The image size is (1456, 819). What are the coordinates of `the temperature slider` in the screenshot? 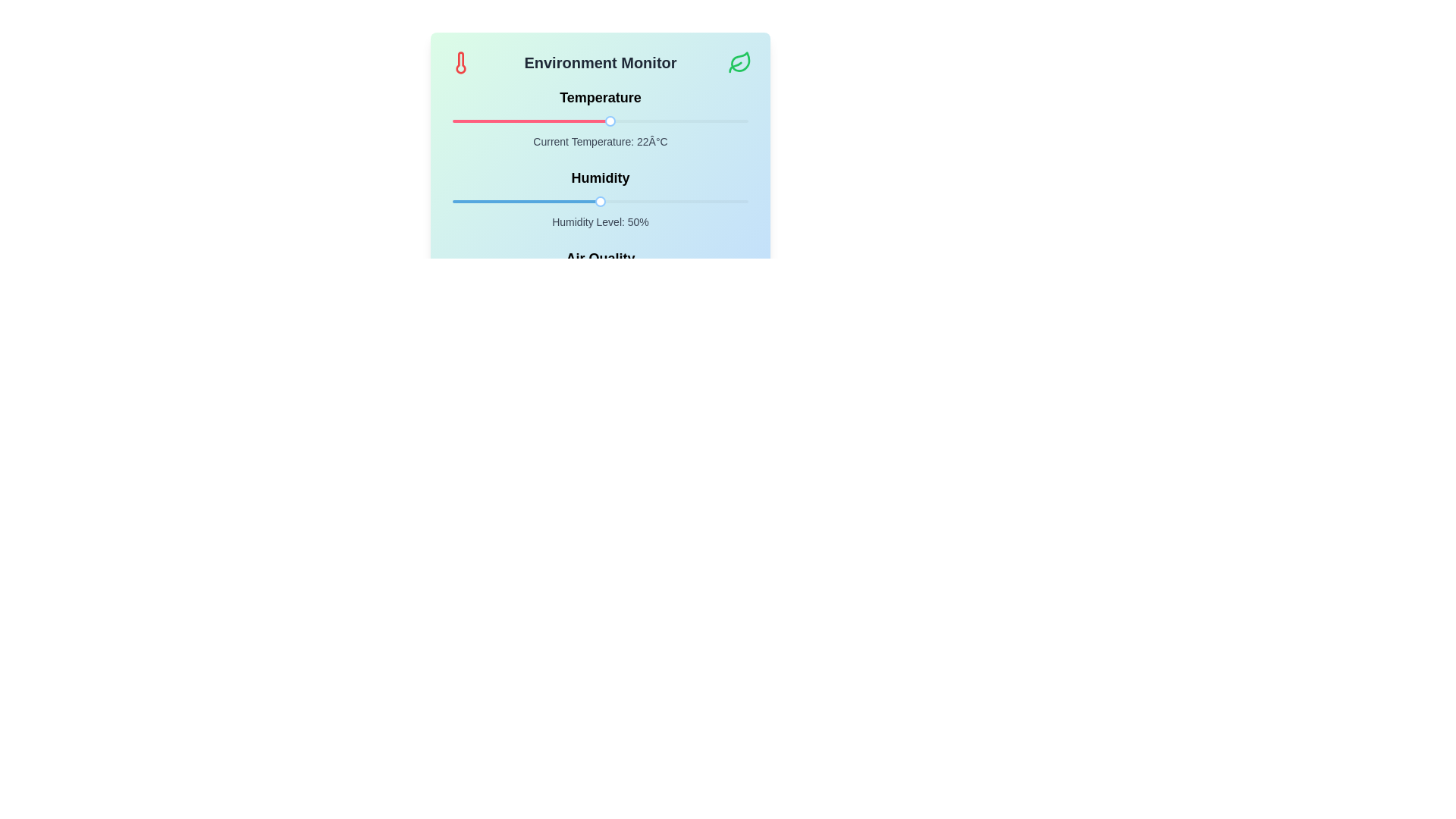 It's located at (673, 120).